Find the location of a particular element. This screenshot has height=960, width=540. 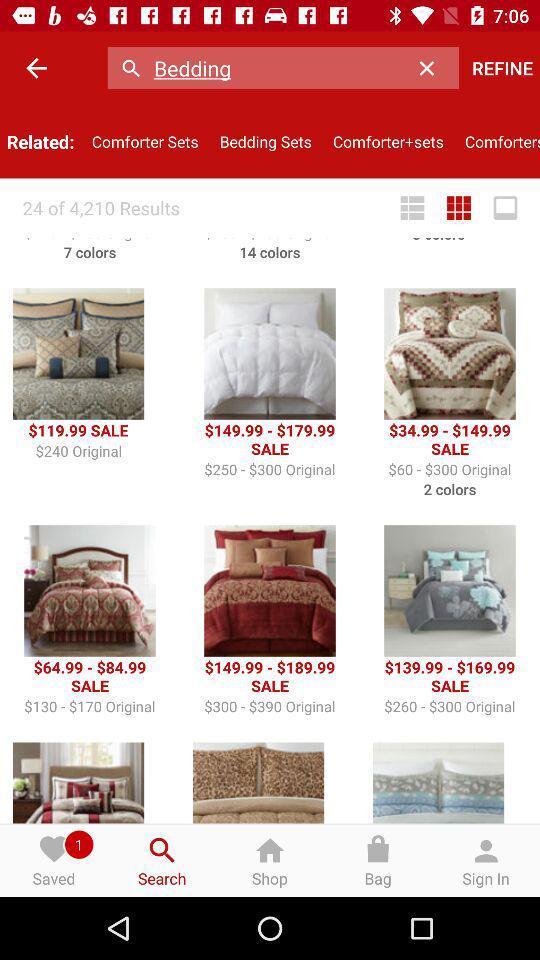

the icon next to comforter sets item is located at coordinates (265, 140).